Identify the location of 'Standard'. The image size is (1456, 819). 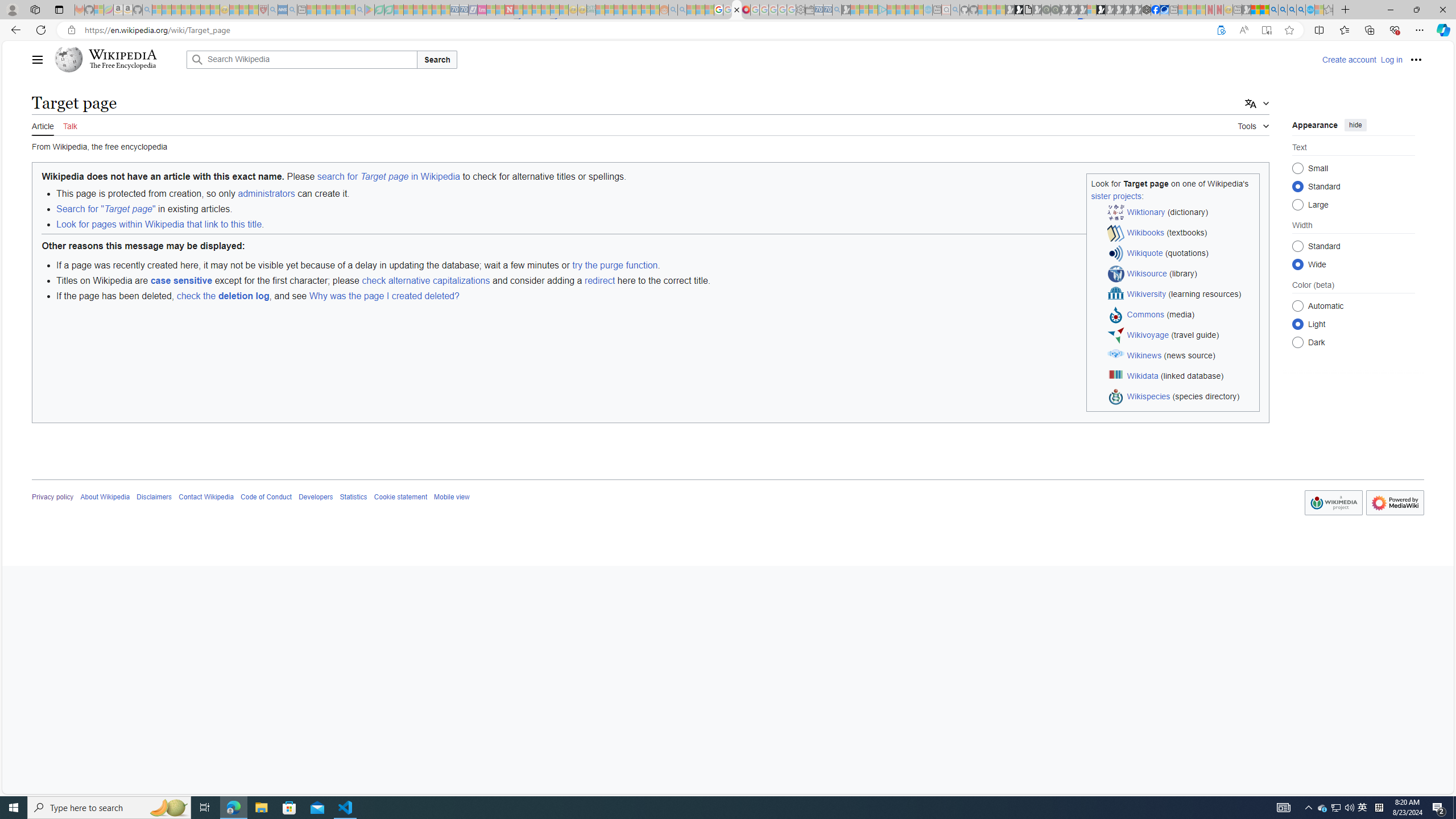
(1298, 246).